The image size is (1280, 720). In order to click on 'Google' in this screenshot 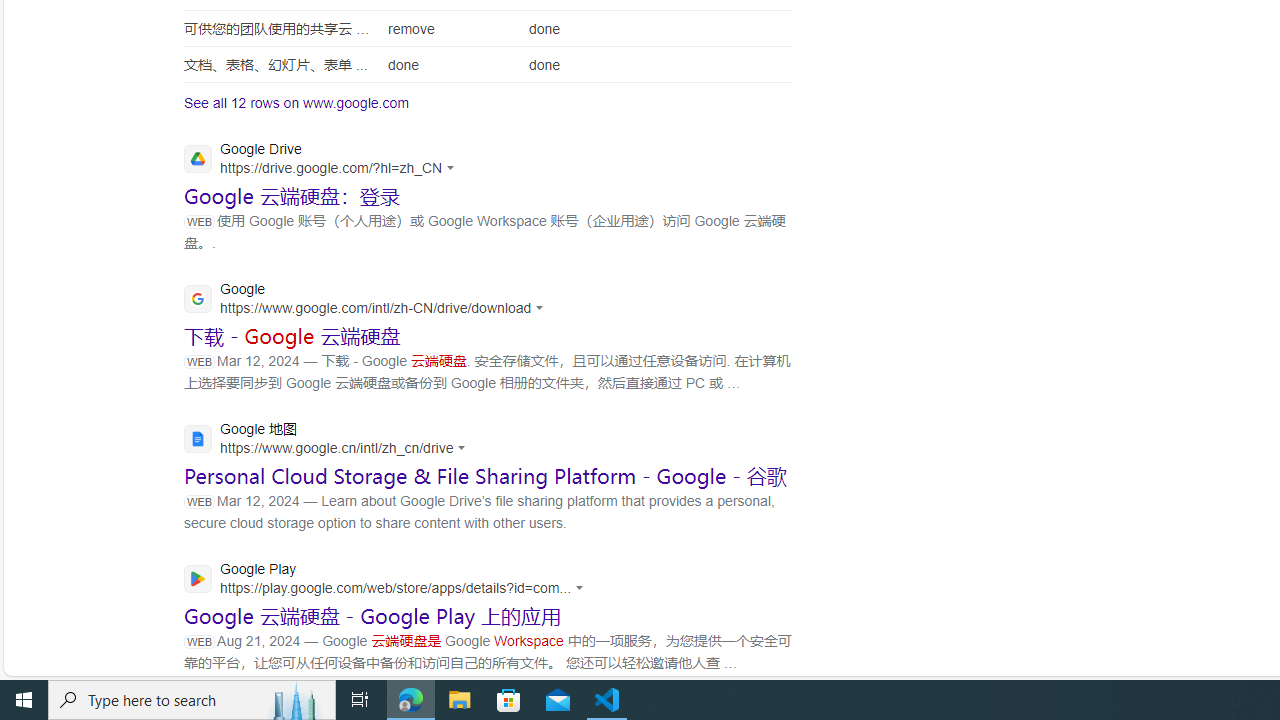, I will do `click(369, 300)`.